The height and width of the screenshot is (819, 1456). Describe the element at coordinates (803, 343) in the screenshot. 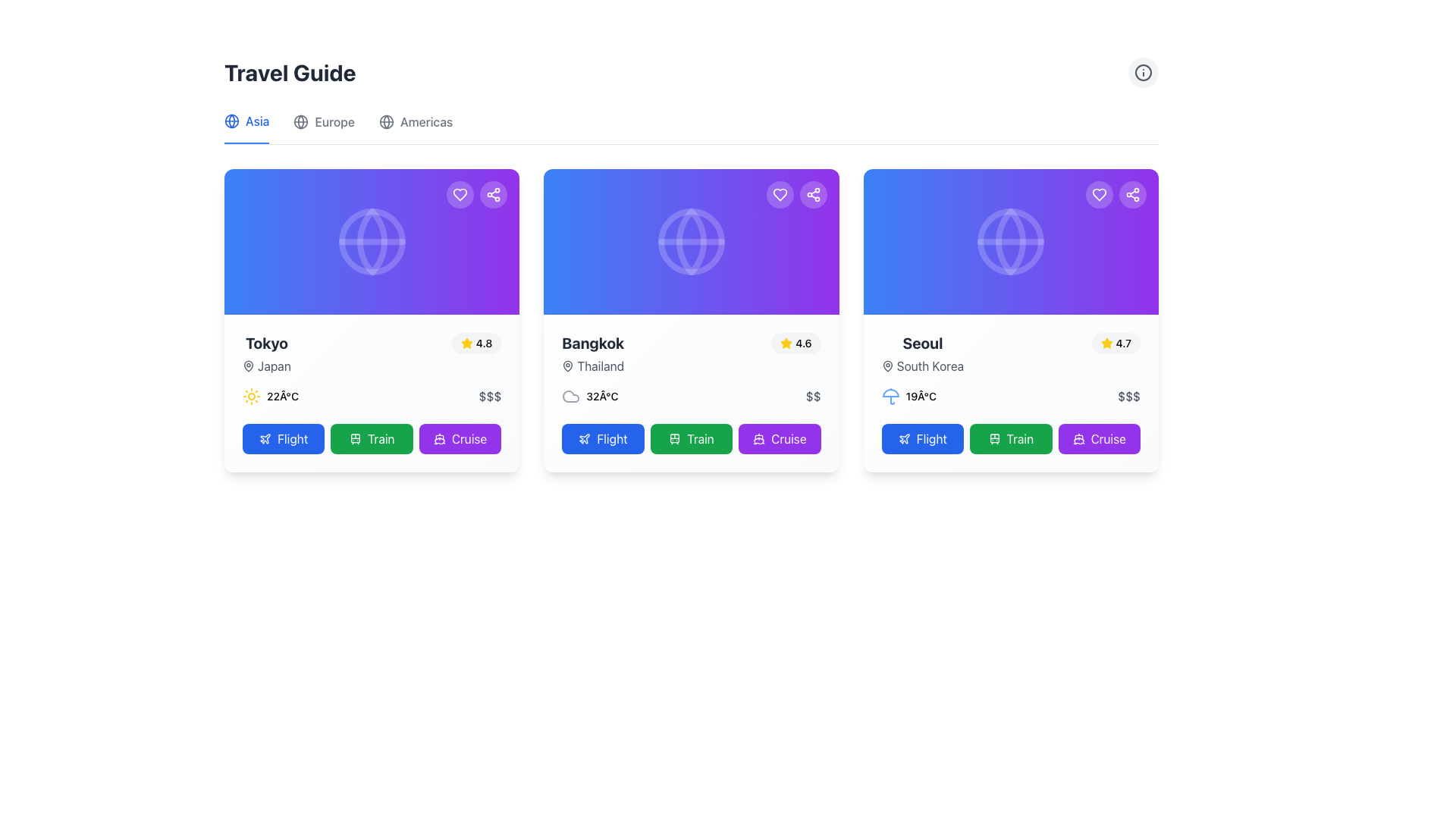

I see `the textual rating display for the Bangkok travel destination, located at the top-right corner of the second card in a list of three travel destination cards` at that location.